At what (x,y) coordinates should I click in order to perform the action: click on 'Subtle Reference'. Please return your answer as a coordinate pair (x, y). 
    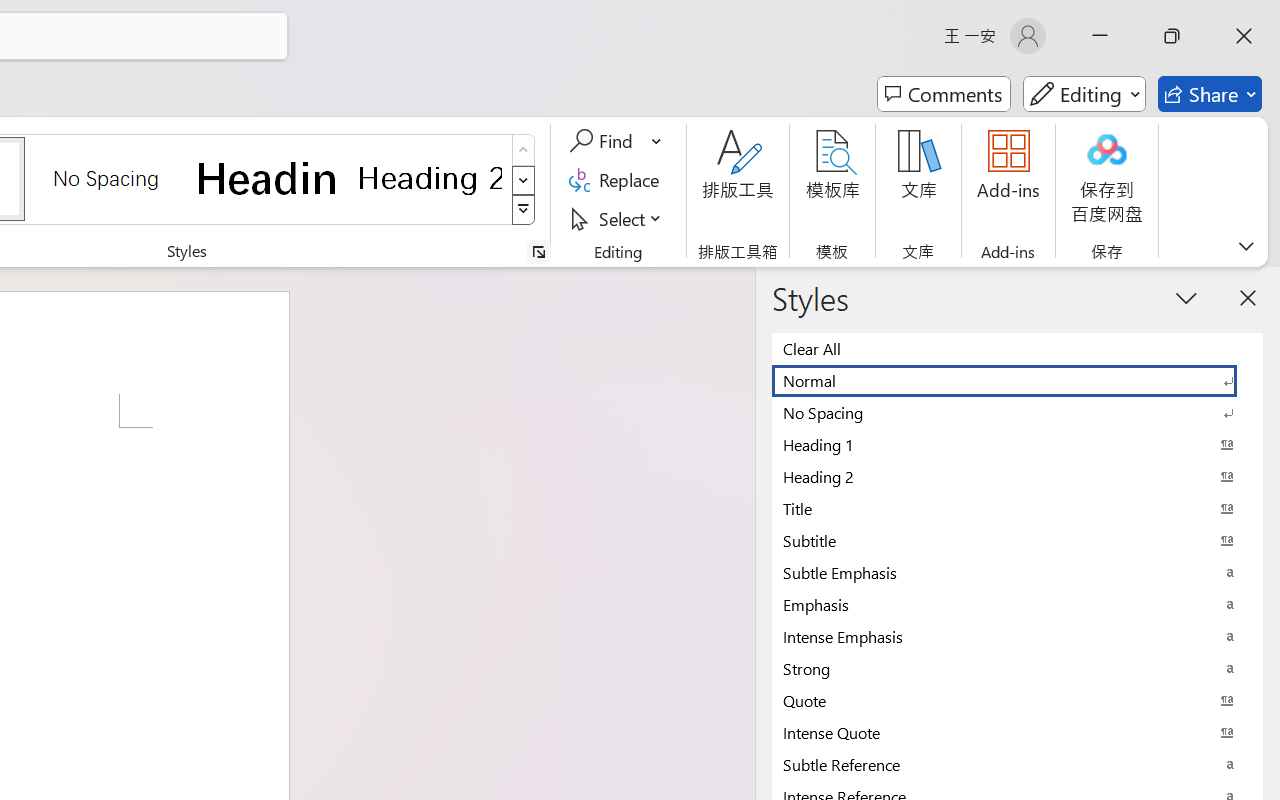
    Looking at the image, I should click on (1017, 764).